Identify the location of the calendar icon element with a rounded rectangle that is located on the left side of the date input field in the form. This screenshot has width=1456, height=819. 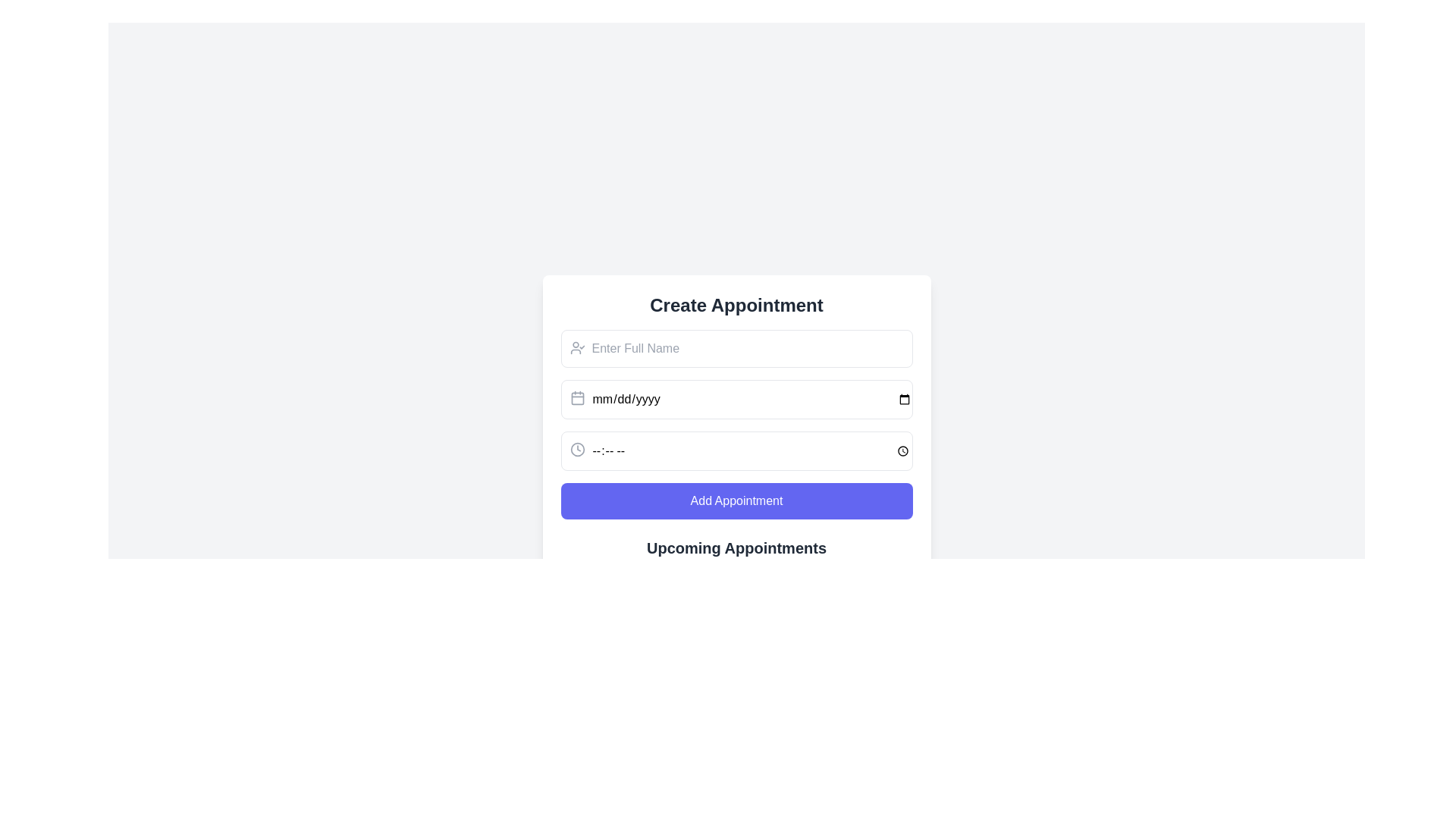
(576, 397).